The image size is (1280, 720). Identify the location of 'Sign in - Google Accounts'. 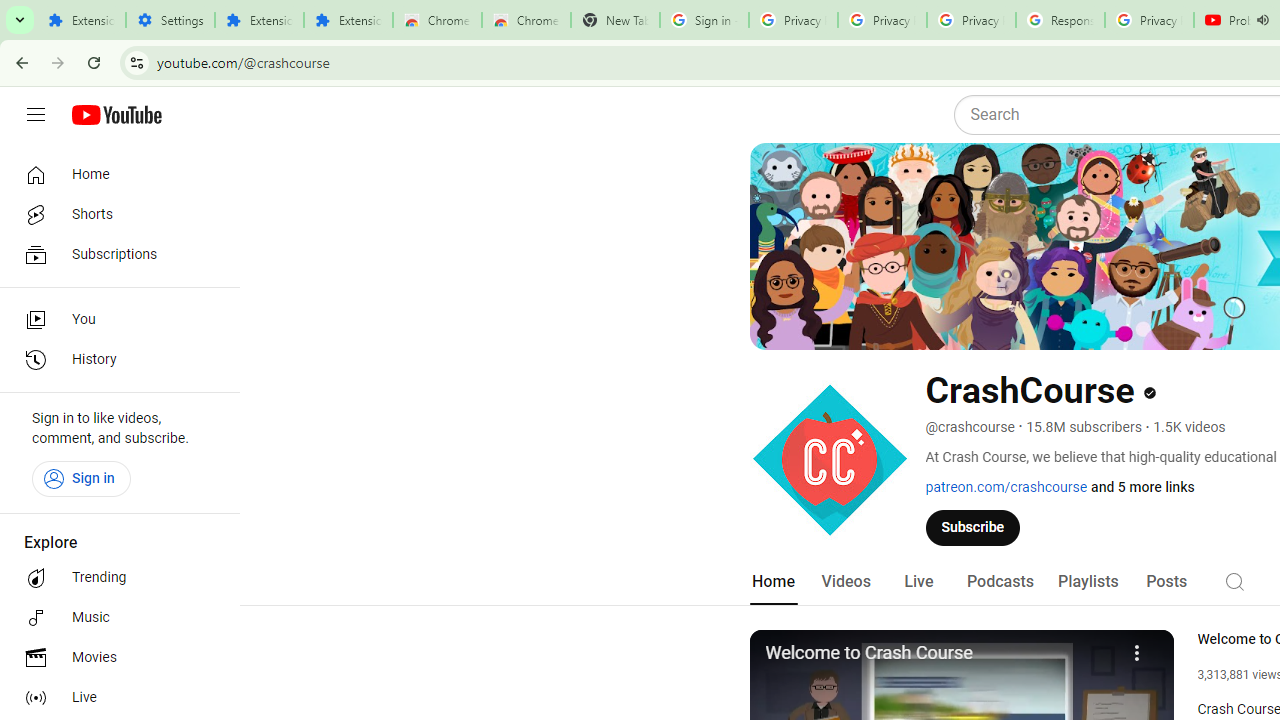
(704, 20).